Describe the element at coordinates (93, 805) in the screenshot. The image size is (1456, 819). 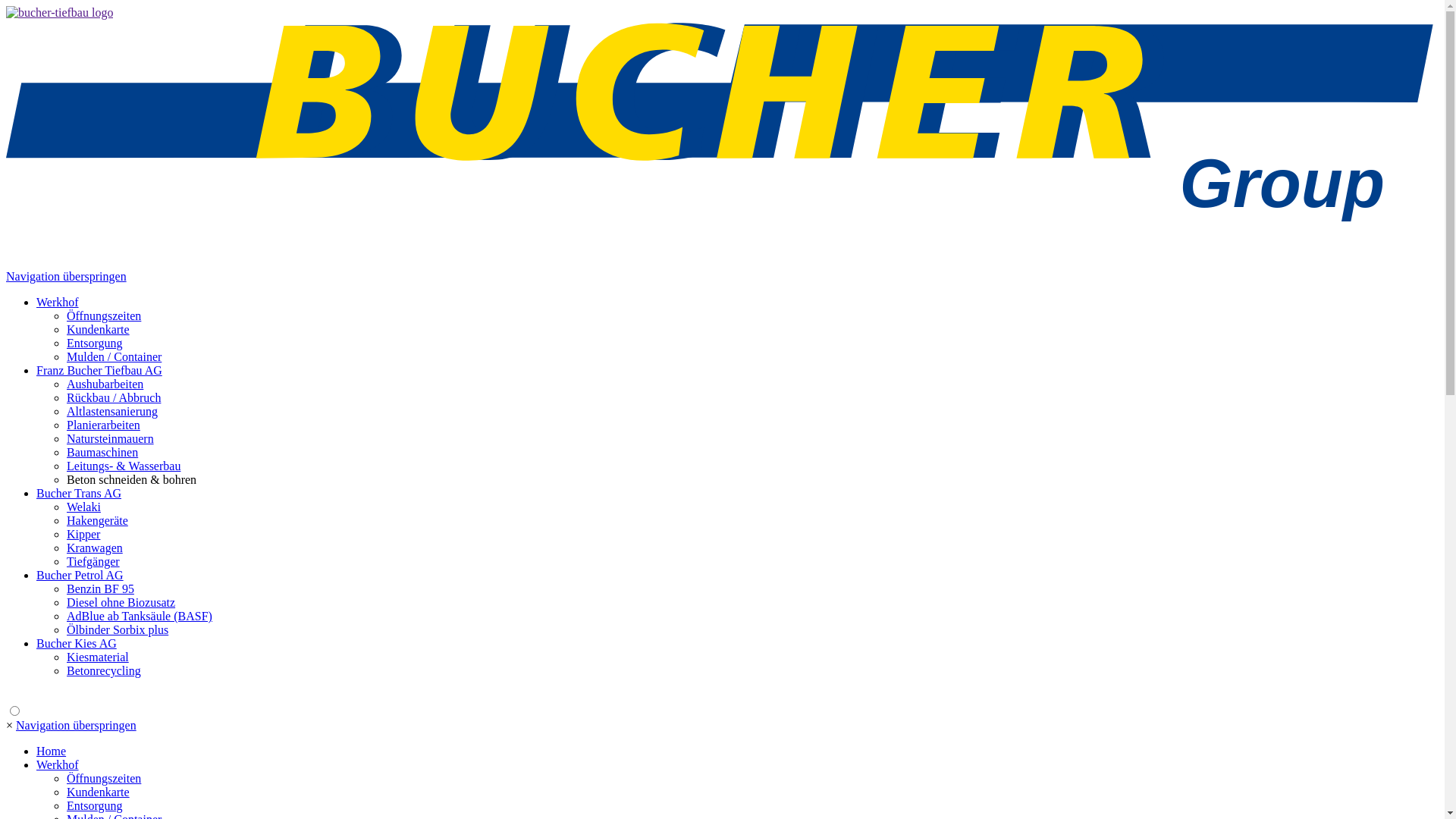
I see `'Entsorgung'` at that location.